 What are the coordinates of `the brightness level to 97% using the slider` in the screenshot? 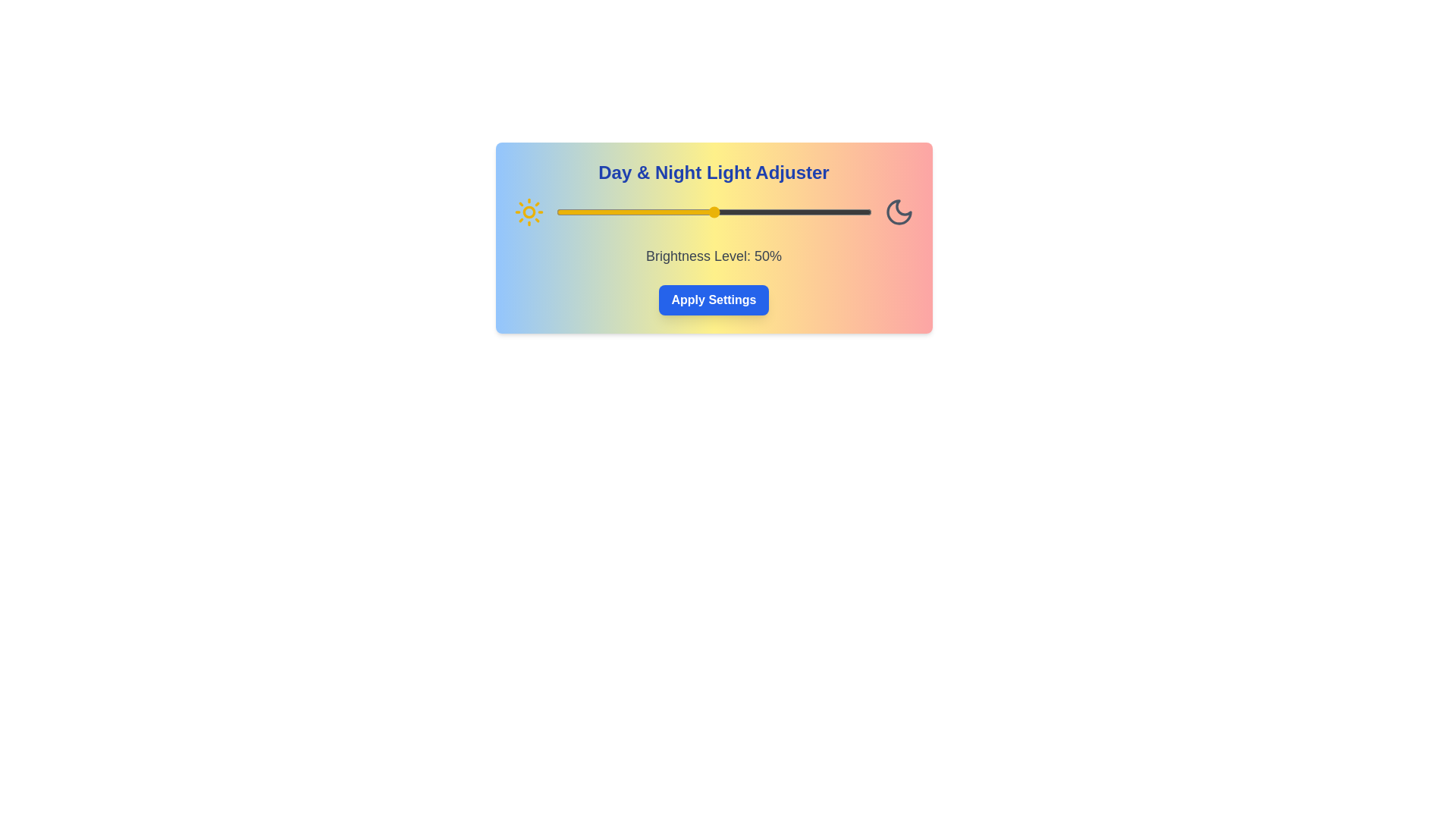 It's located at (862, 212).